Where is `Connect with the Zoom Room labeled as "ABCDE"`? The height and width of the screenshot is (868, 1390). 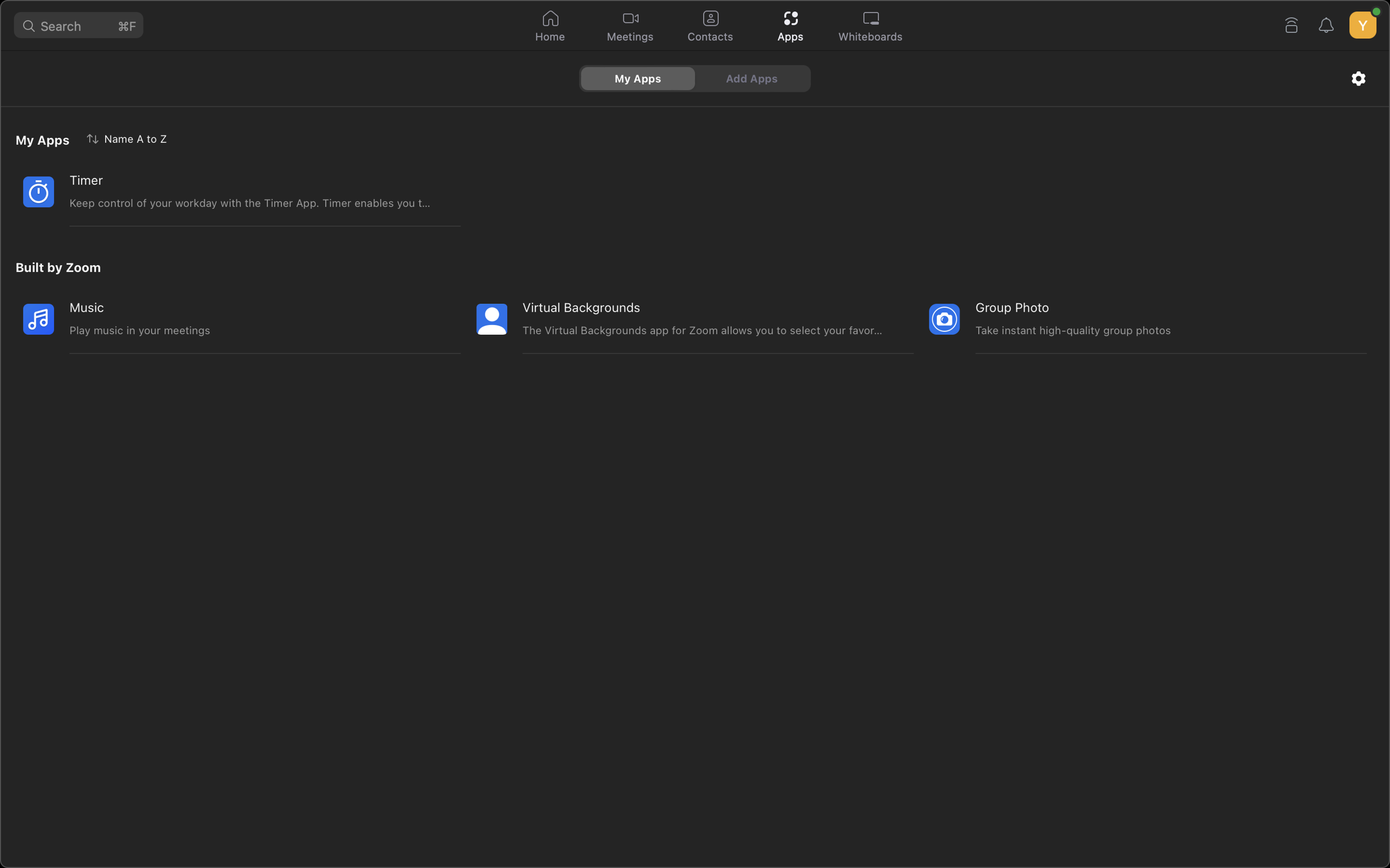
Connect with the Zoom Room labeled as "ABCDE" is located at coordinates (1290, 24).